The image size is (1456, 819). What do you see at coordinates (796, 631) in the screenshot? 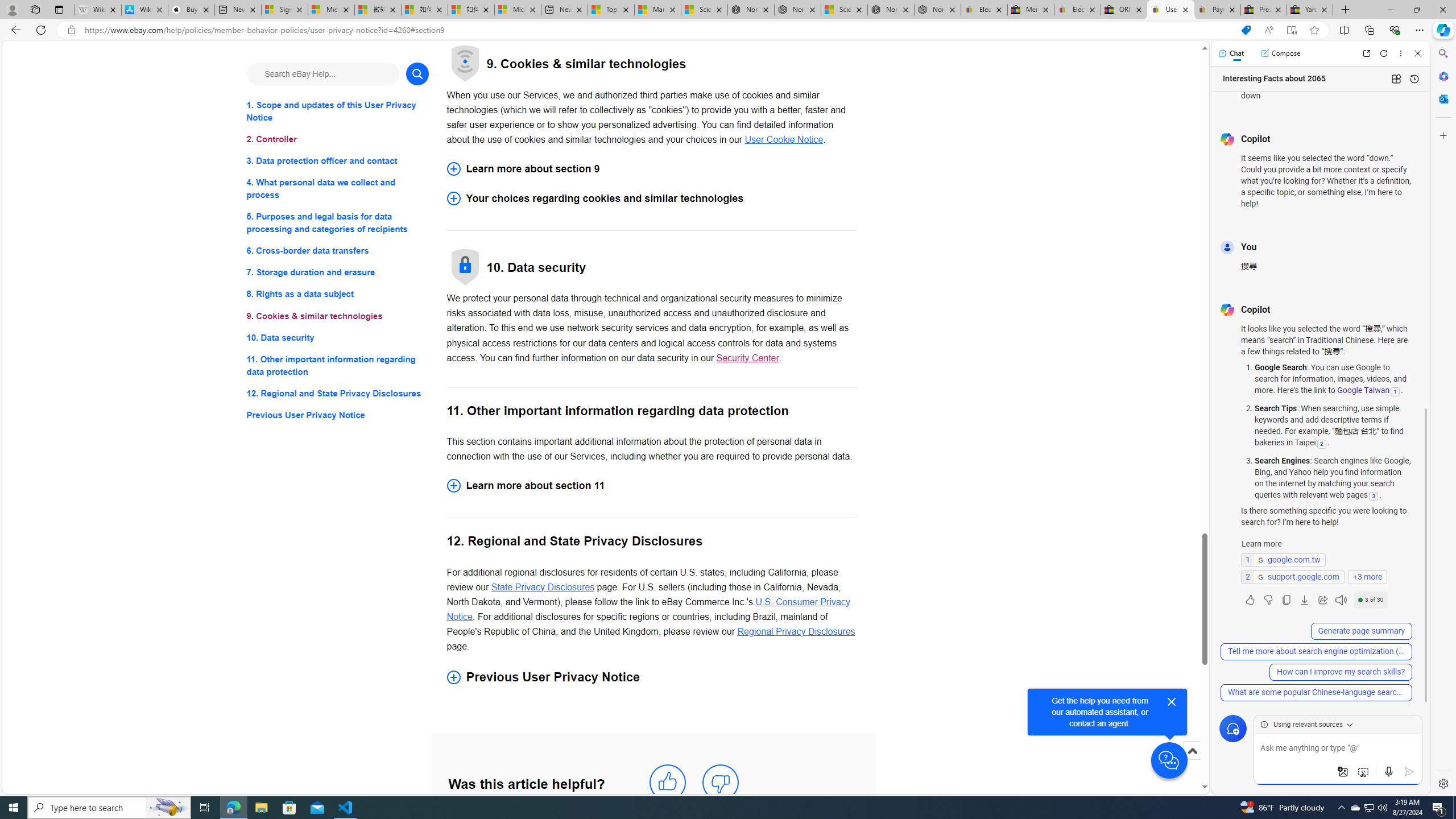
I see `'Regional Privacy Disclosures - opens in new window or tab'` at bounding box center [796, 631].